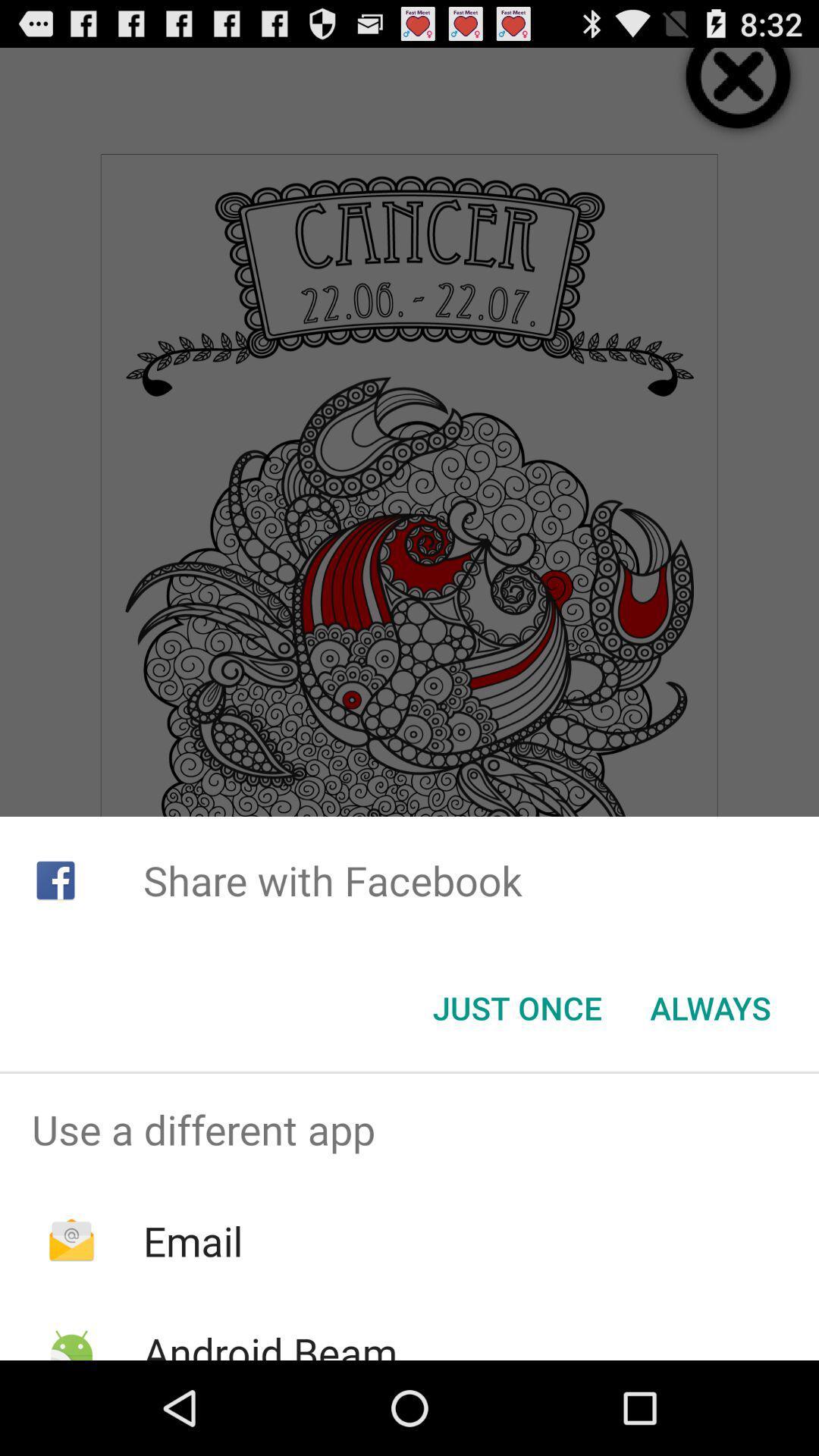 The height and width of the screenshot is (1456, 819). Describe the element at coordinates (516, 1008) in the screenshot. I see `the icon below the share with facebook` at that location.